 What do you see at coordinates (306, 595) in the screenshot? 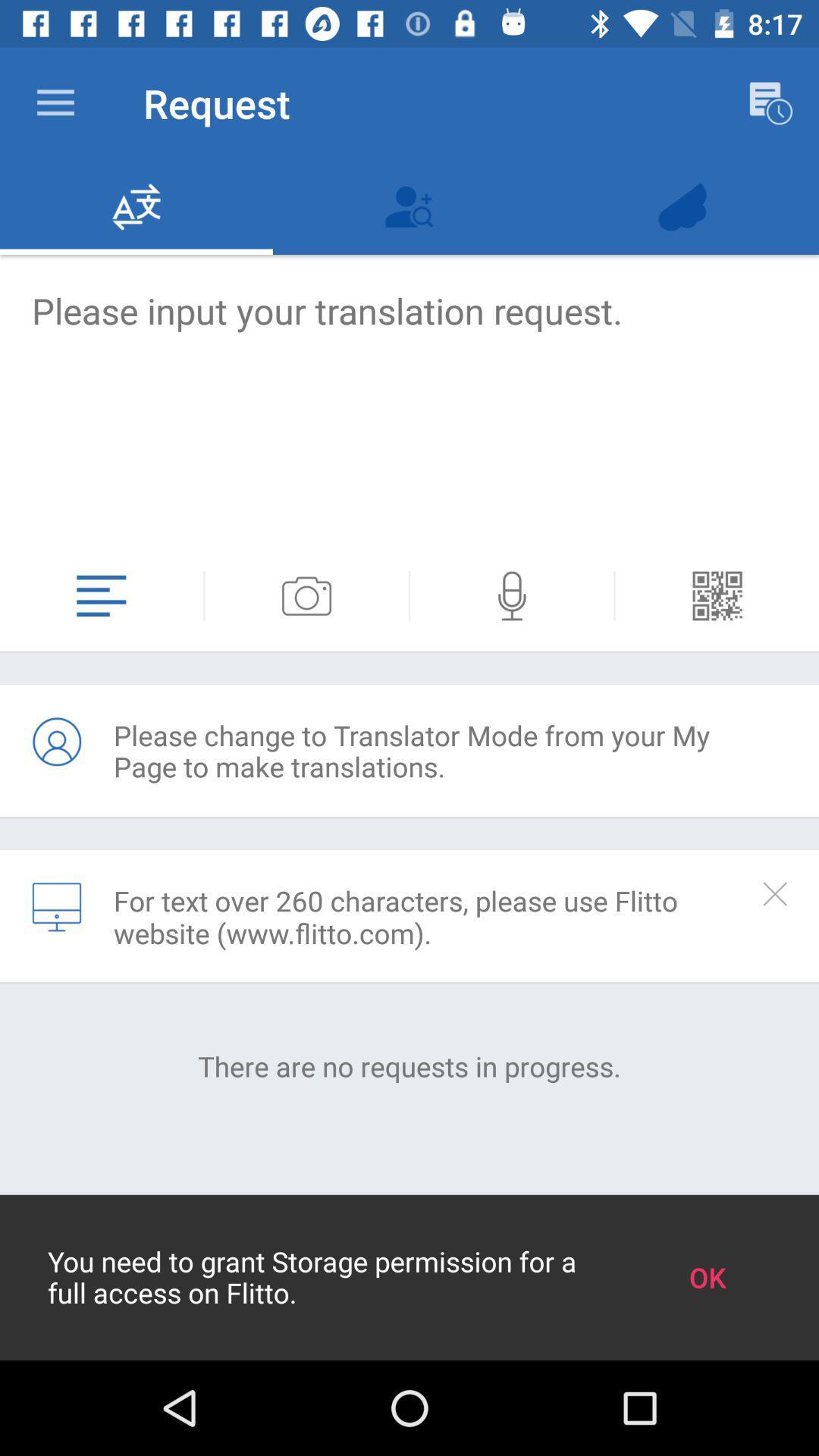
I see `open camera` at bounding box center [306, 595].